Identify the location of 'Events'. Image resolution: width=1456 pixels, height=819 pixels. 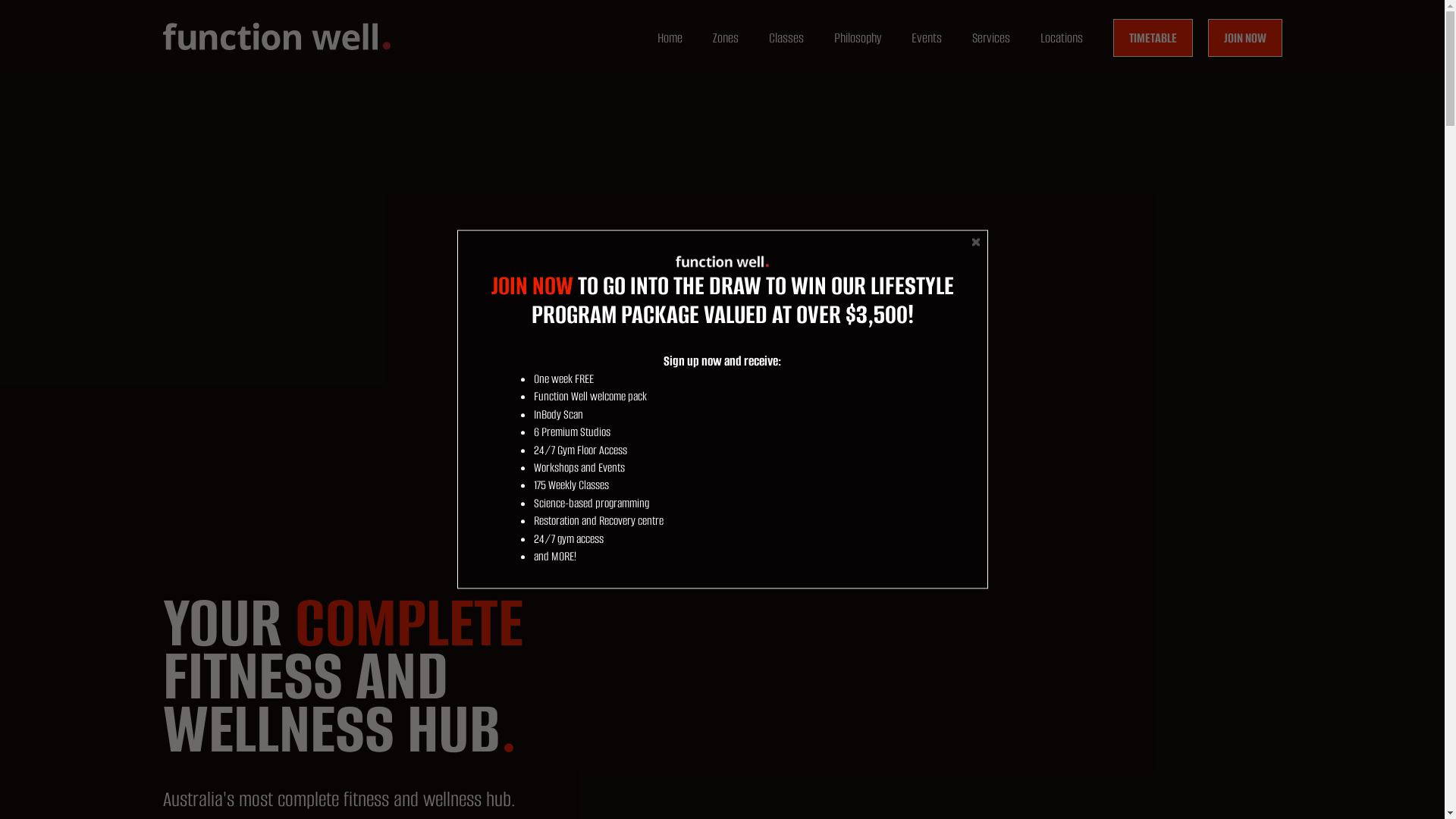
(926, 37).